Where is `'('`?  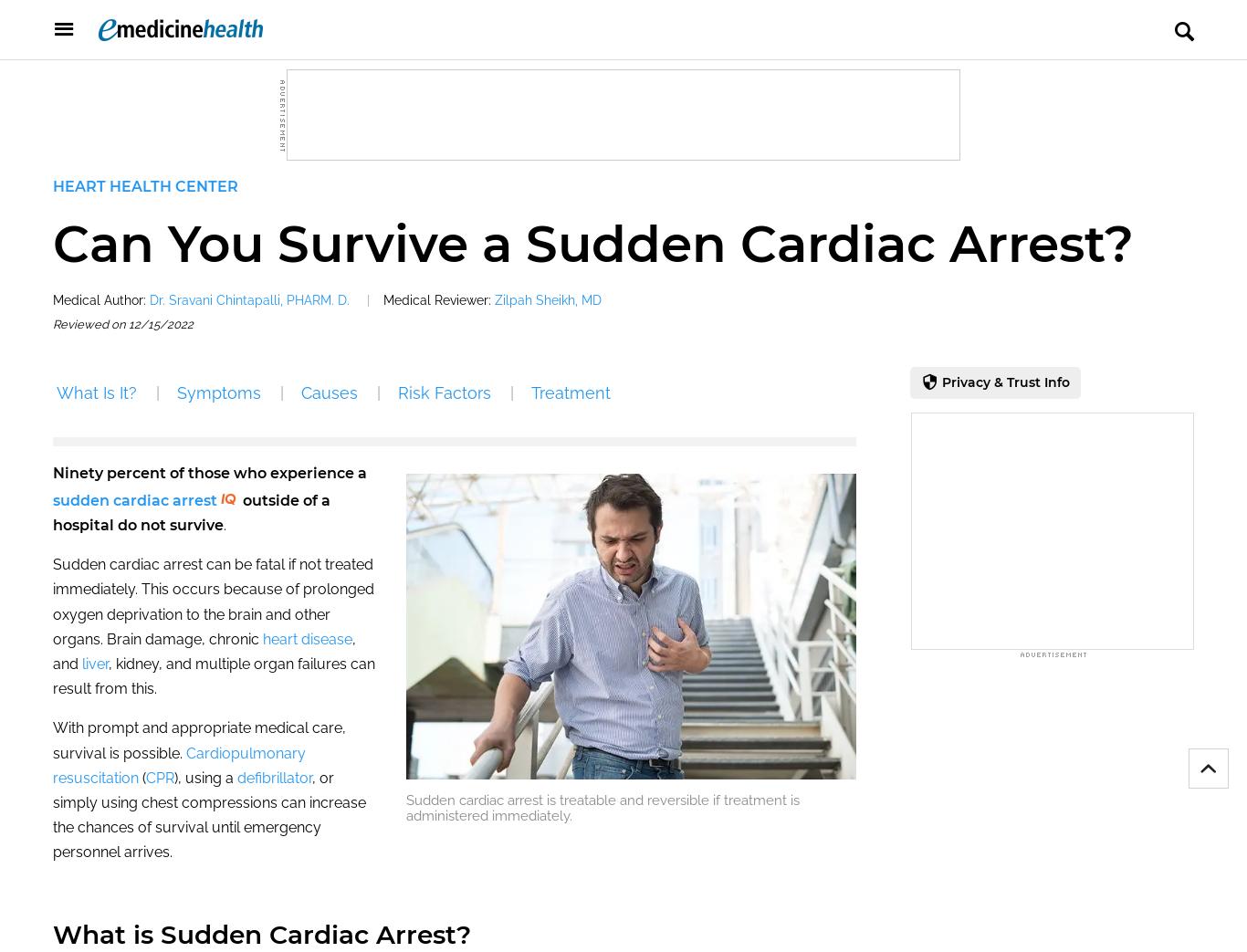 '(' is located at coordinates (141, 777).